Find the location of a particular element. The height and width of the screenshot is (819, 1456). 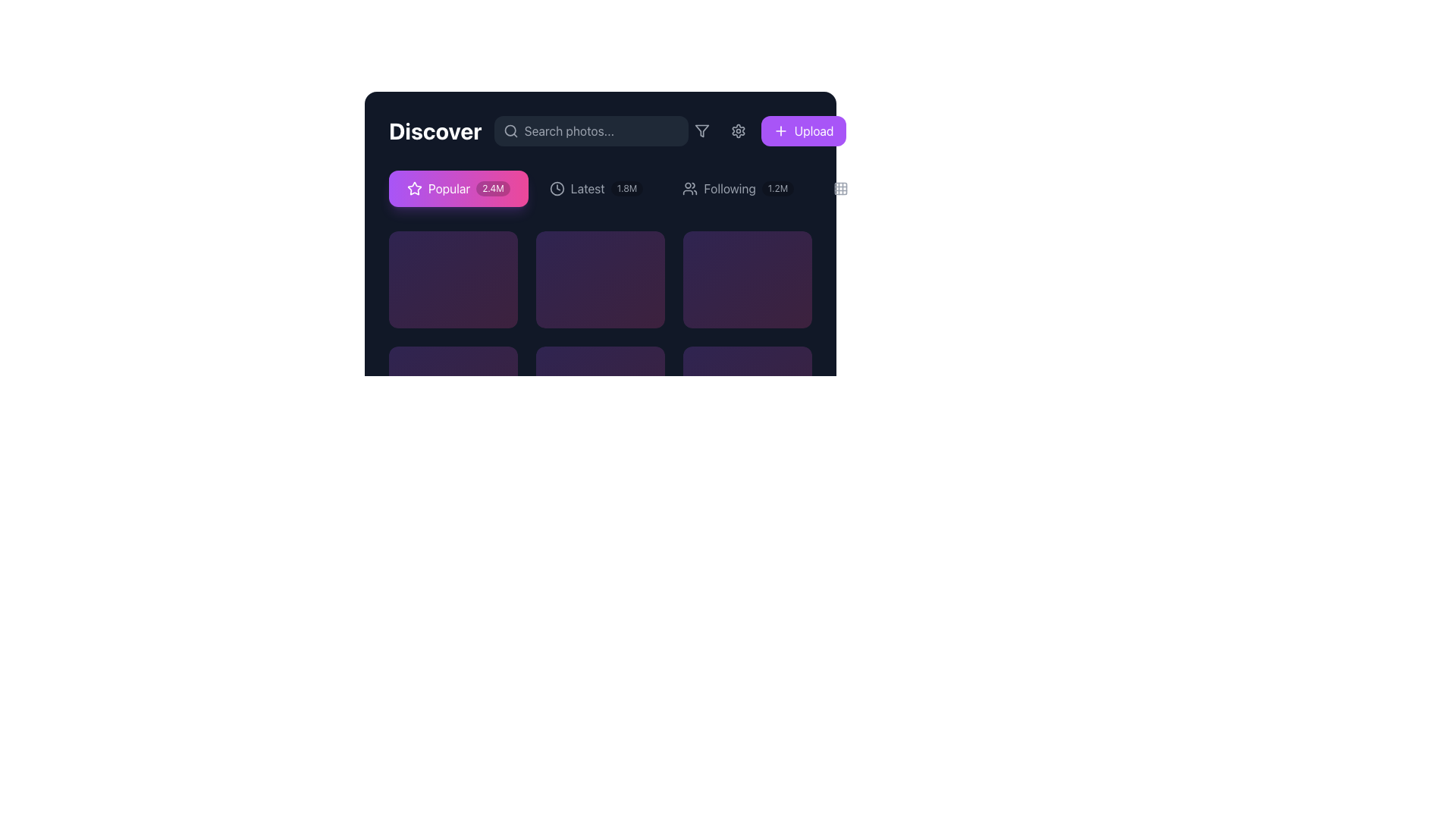

the large, bold, white text label that reads 'Discover', positioned at the top-left corner of the dark-themed interface is located at coordinates (435, 130).